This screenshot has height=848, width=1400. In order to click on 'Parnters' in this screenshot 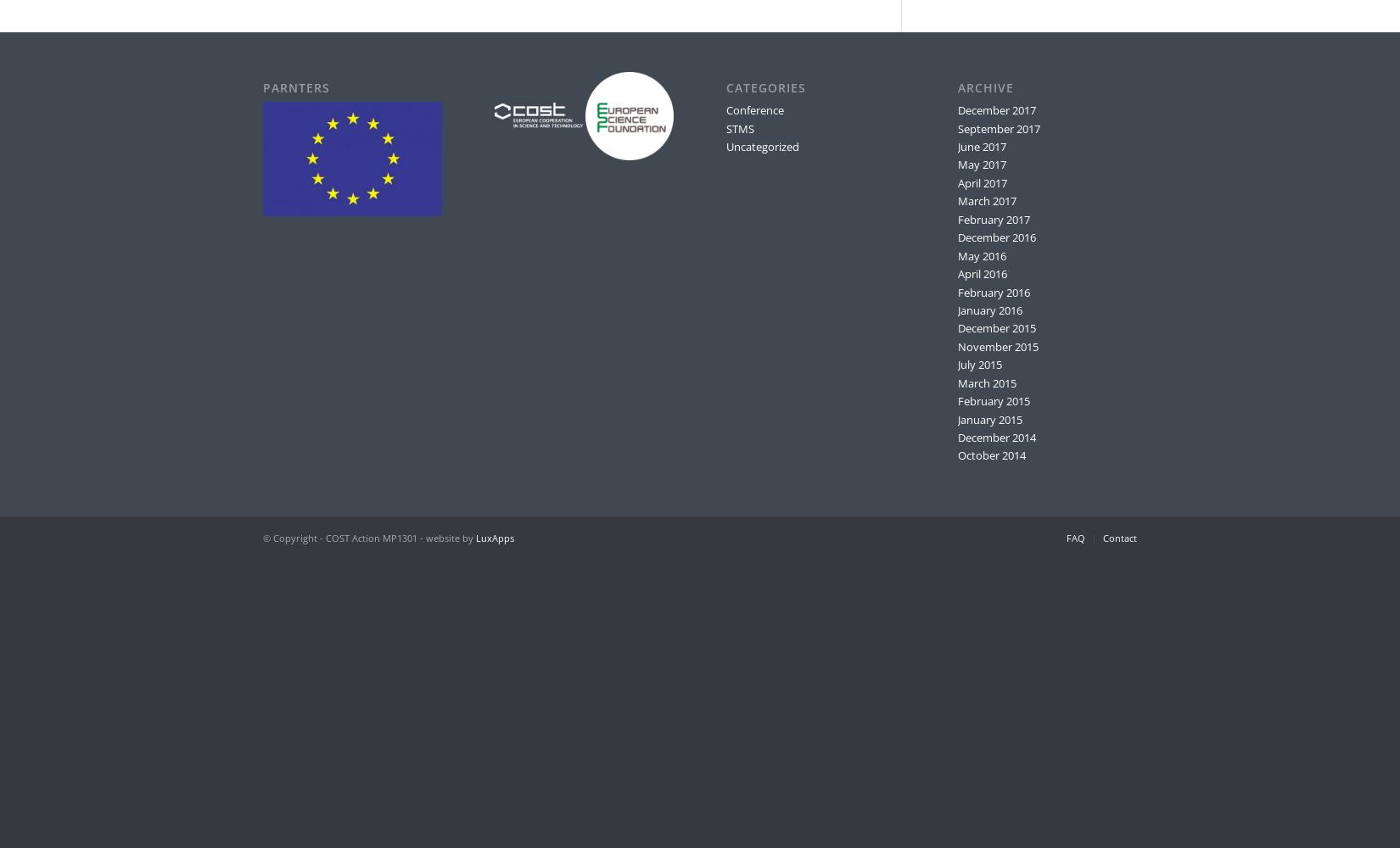, I will do `click(296, 86)`.